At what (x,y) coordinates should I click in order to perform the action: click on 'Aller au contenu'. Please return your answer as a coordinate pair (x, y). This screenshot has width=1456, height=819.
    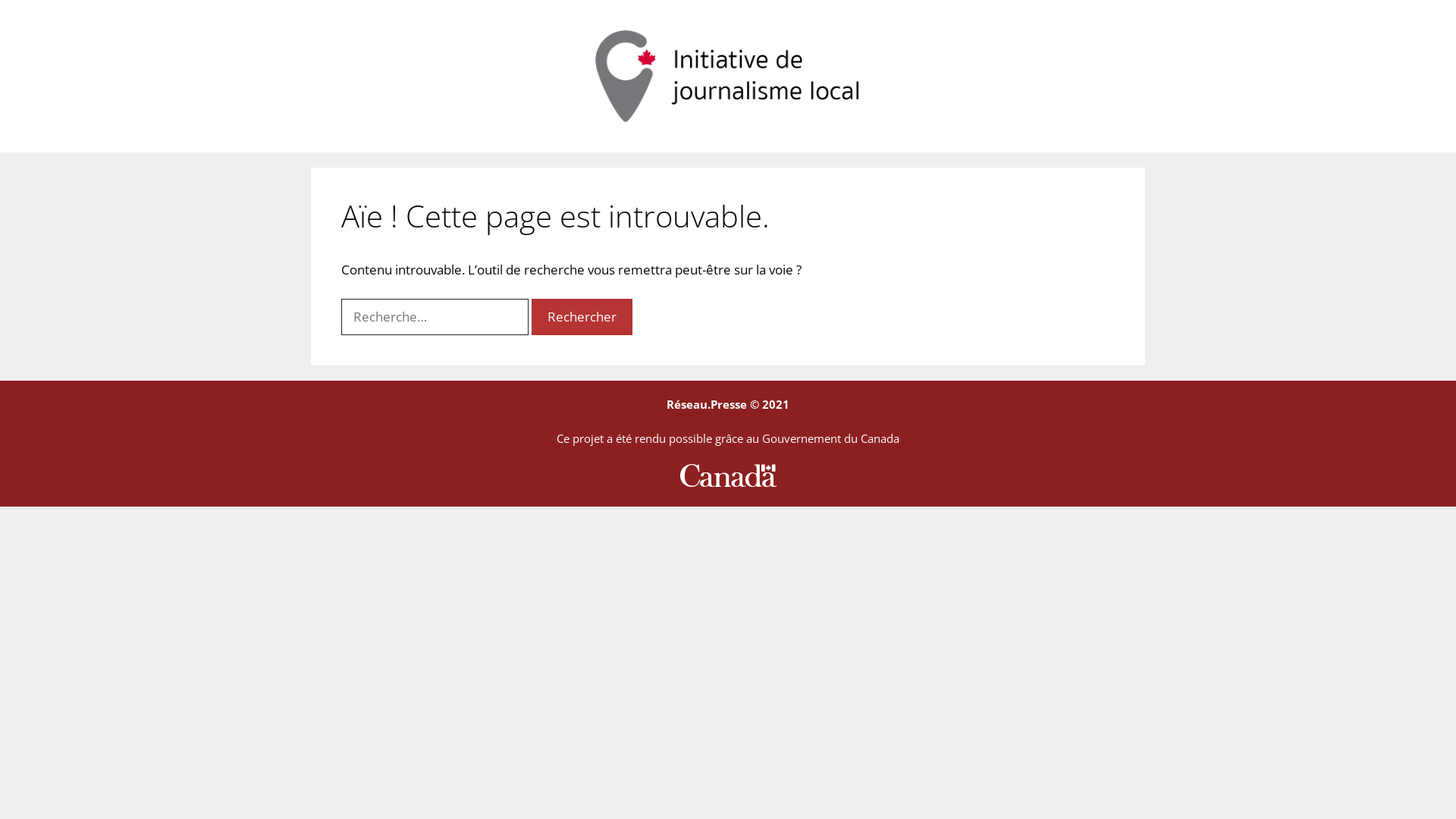
    Looking at the image, I should click on (0, 0).